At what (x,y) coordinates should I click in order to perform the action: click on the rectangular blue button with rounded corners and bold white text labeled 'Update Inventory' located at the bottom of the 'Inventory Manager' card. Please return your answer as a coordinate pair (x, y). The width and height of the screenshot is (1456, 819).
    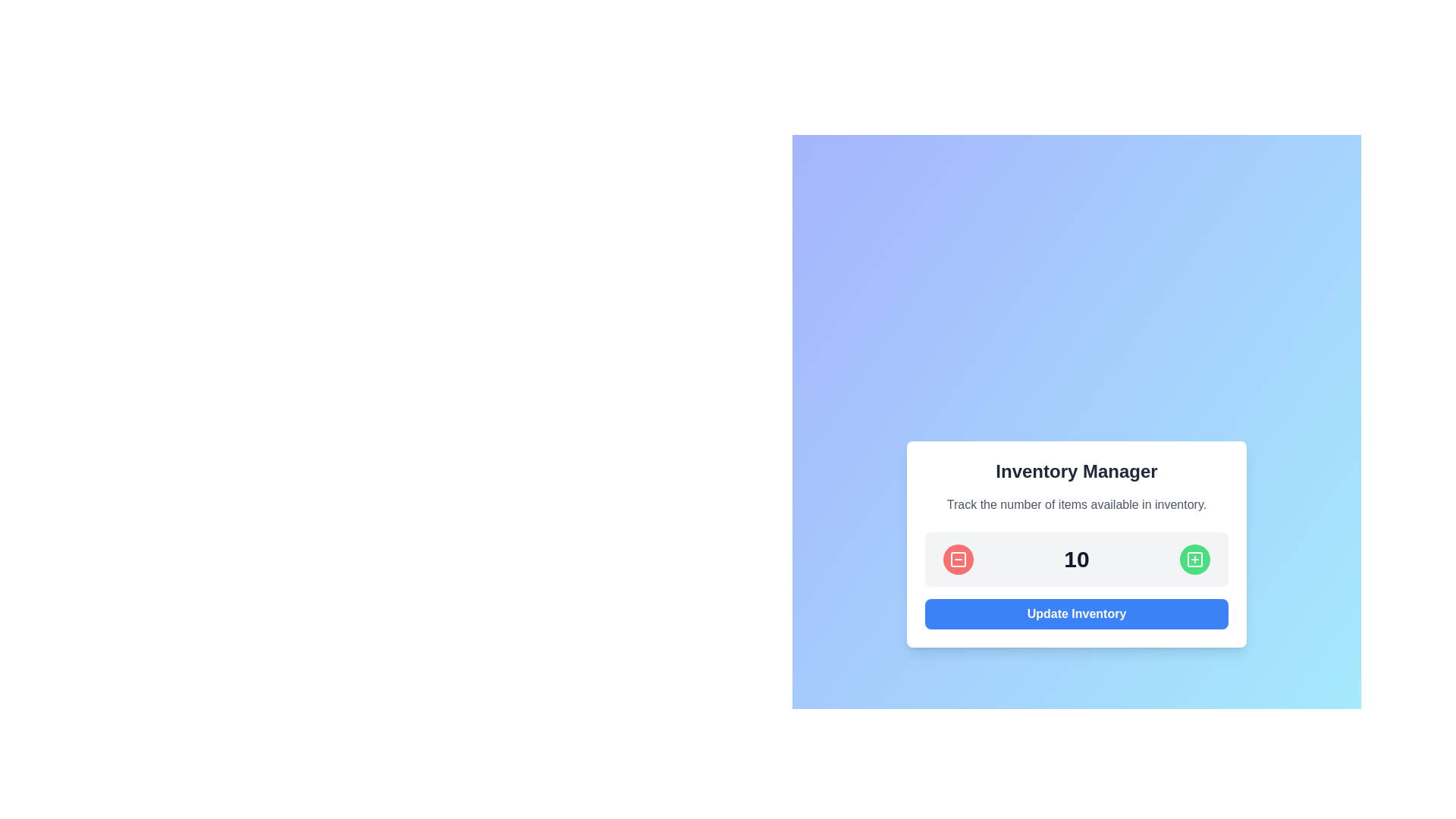
    Looking at the image, I should click on (1076, 614).